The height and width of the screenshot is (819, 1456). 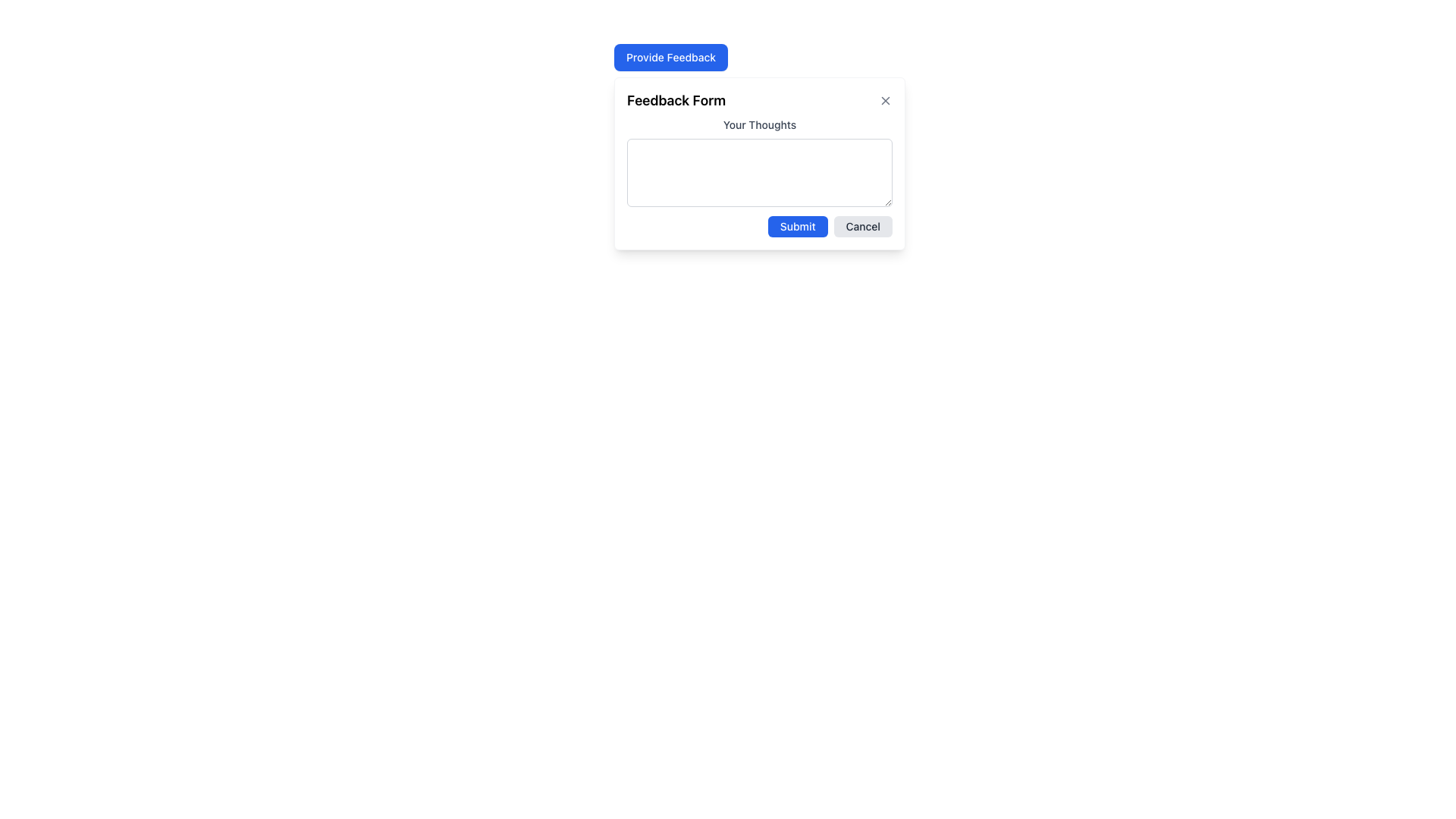 What do you see at coordinates (885, 100) in the screenshot?
I see `the 'X' shaped close icon in the upper right corner of the 'Feedback Form' modal` at bounding box center [885, 100].